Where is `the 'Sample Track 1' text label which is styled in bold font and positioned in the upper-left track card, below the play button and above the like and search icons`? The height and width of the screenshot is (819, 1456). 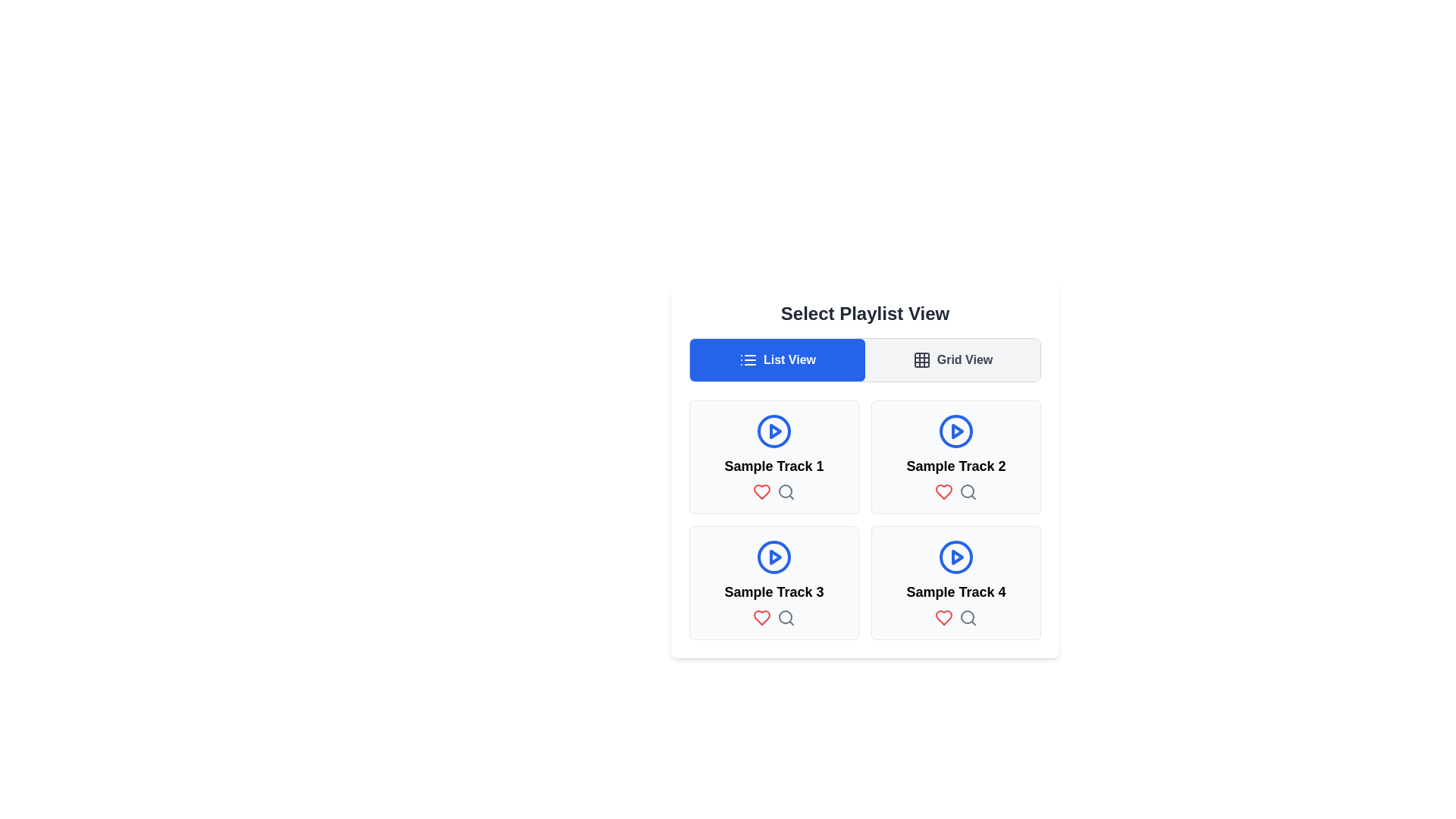
the 'Sample Track 1' text label which is styled in bold font and positioned in the upper-left track card, below the play button and above the like and search icons is located at coordinates (774, 465).